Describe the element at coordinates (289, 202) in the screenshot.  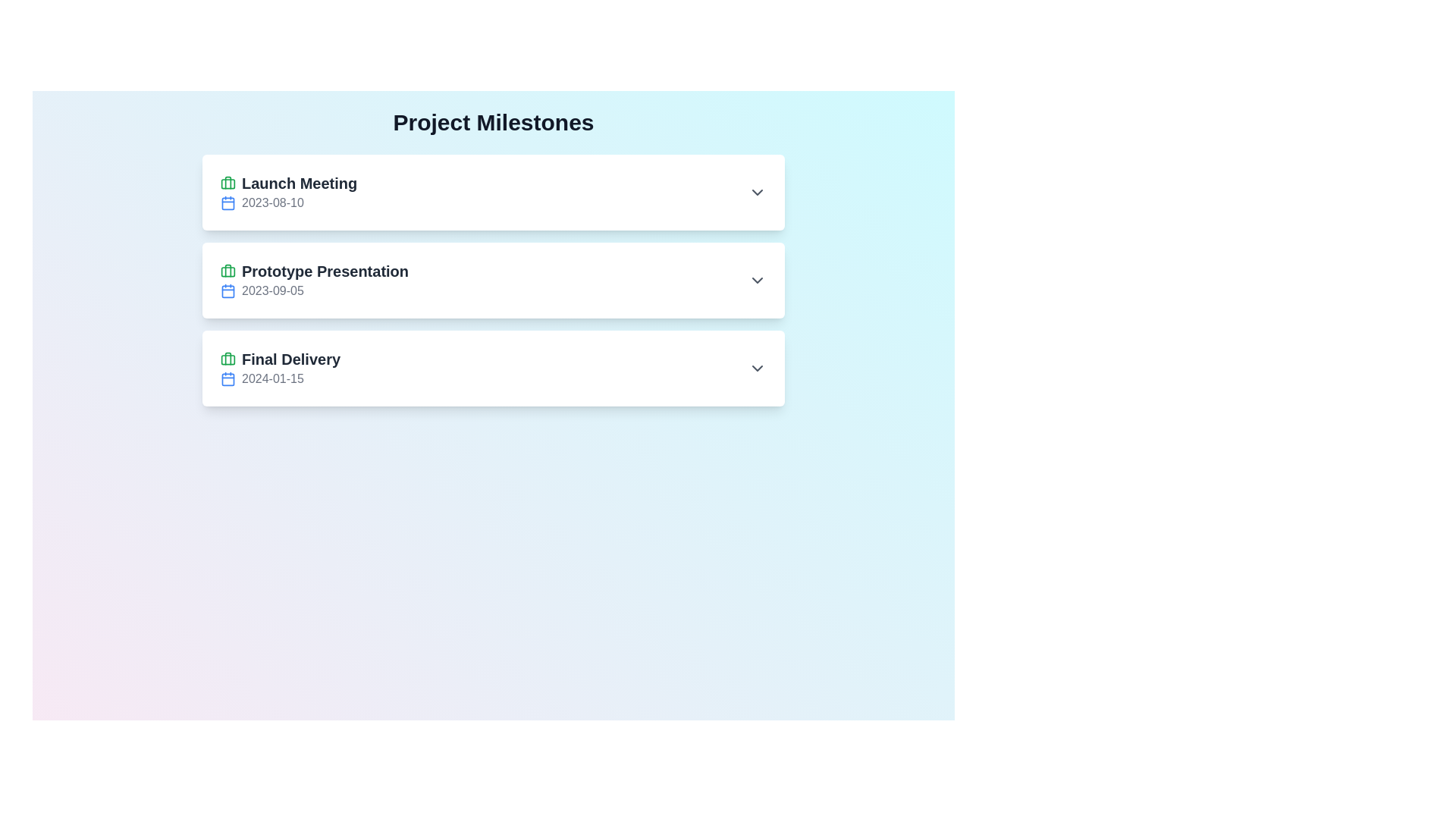
I see `the informational text label displaying the date related to the 'Launch Meeting' event, positioned under the 'Project Milestones' section` at that location.